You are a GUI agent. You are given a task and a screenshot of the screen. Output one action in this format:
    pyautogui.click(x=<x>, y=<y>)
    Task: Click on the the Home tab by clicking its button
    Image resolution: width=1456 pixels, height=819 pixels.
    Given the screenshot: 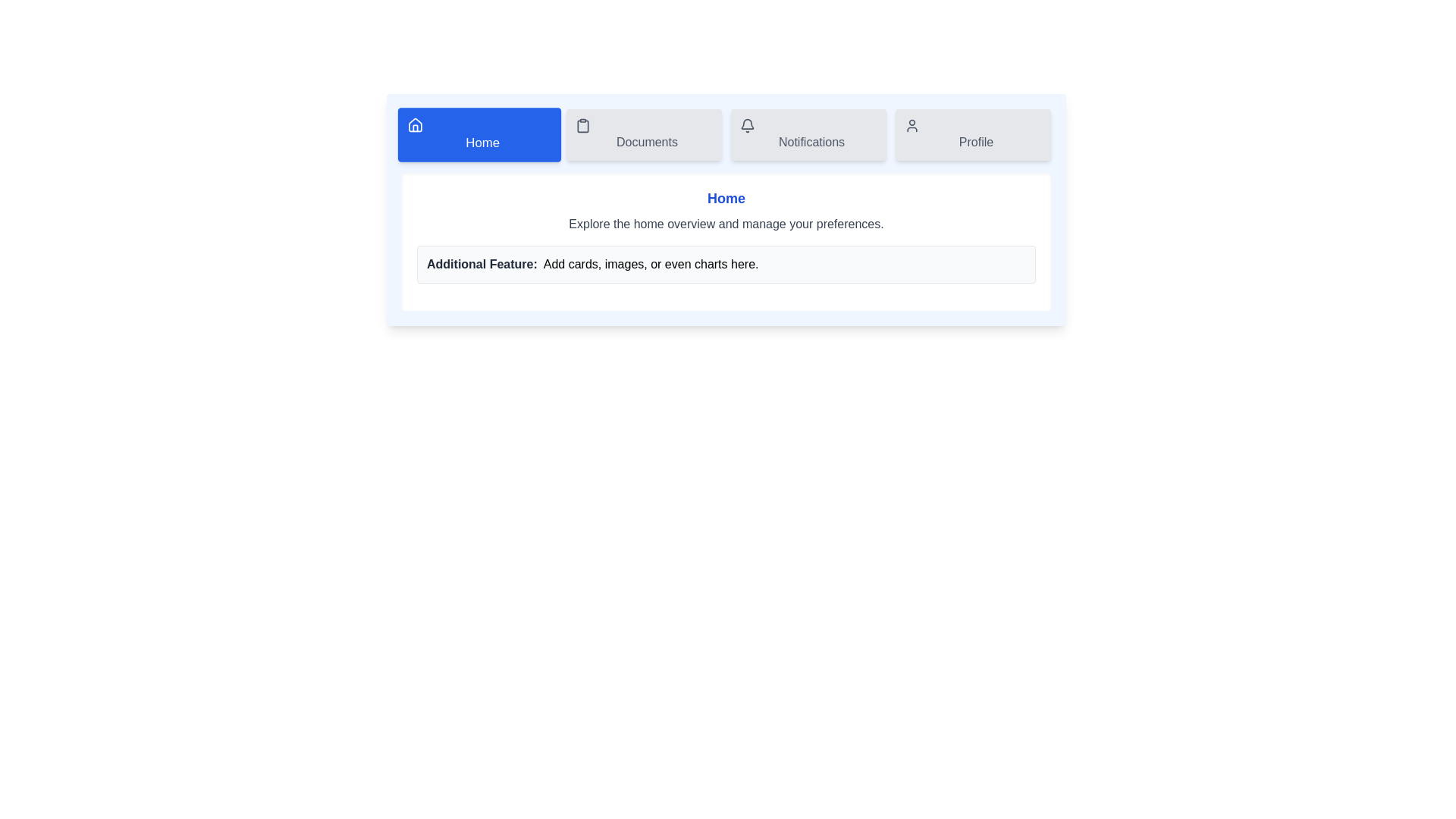 What is the action you would take?
    pyautogui.click(x=479, y=133)
    